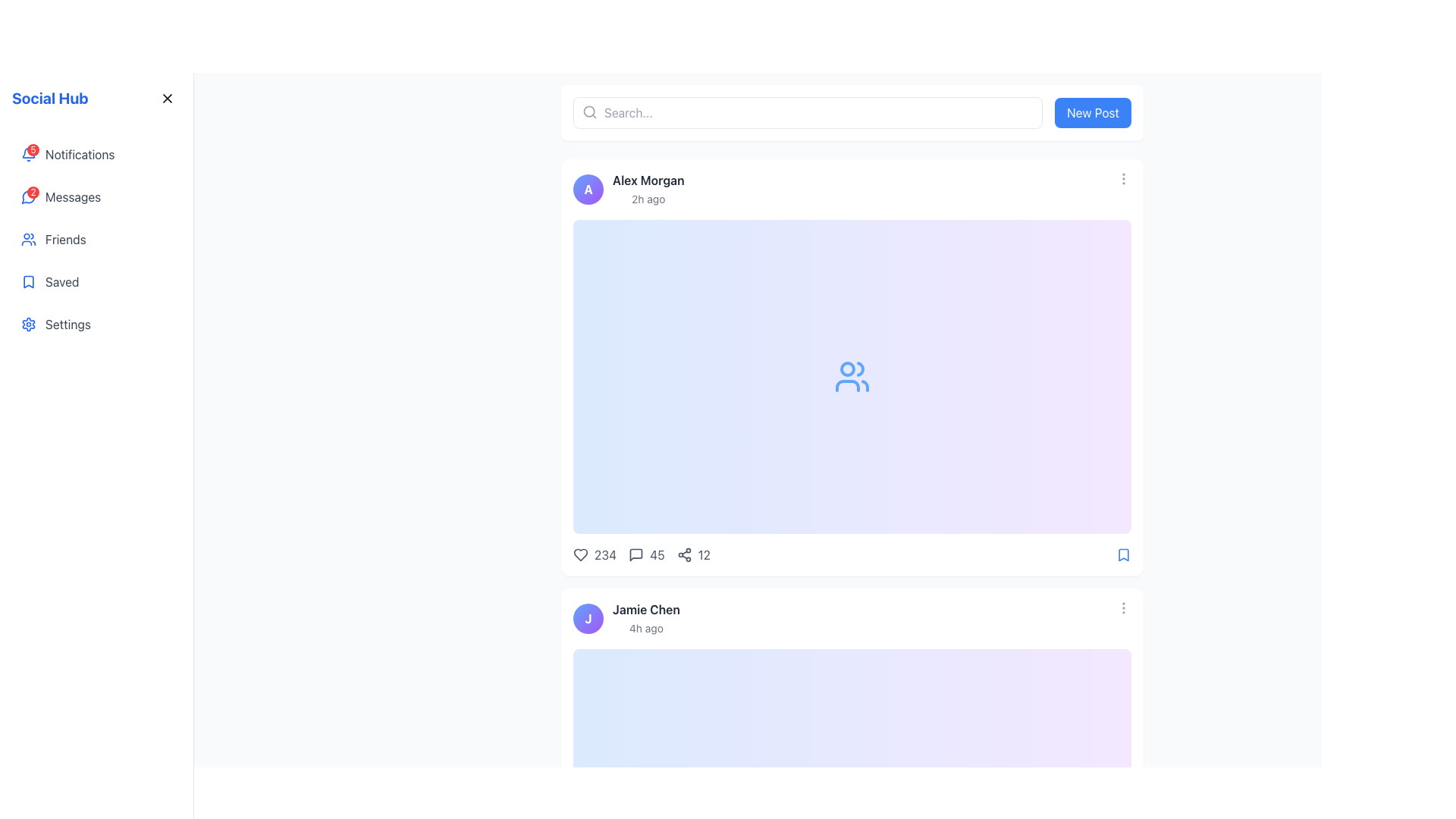 This screenshot has height=819, width=1456. I want to click on the Notification badge that displays the count of unread messages, located near the top-left of the navigation panel, adjacent to the 'Messages' option, so click(29, 196).